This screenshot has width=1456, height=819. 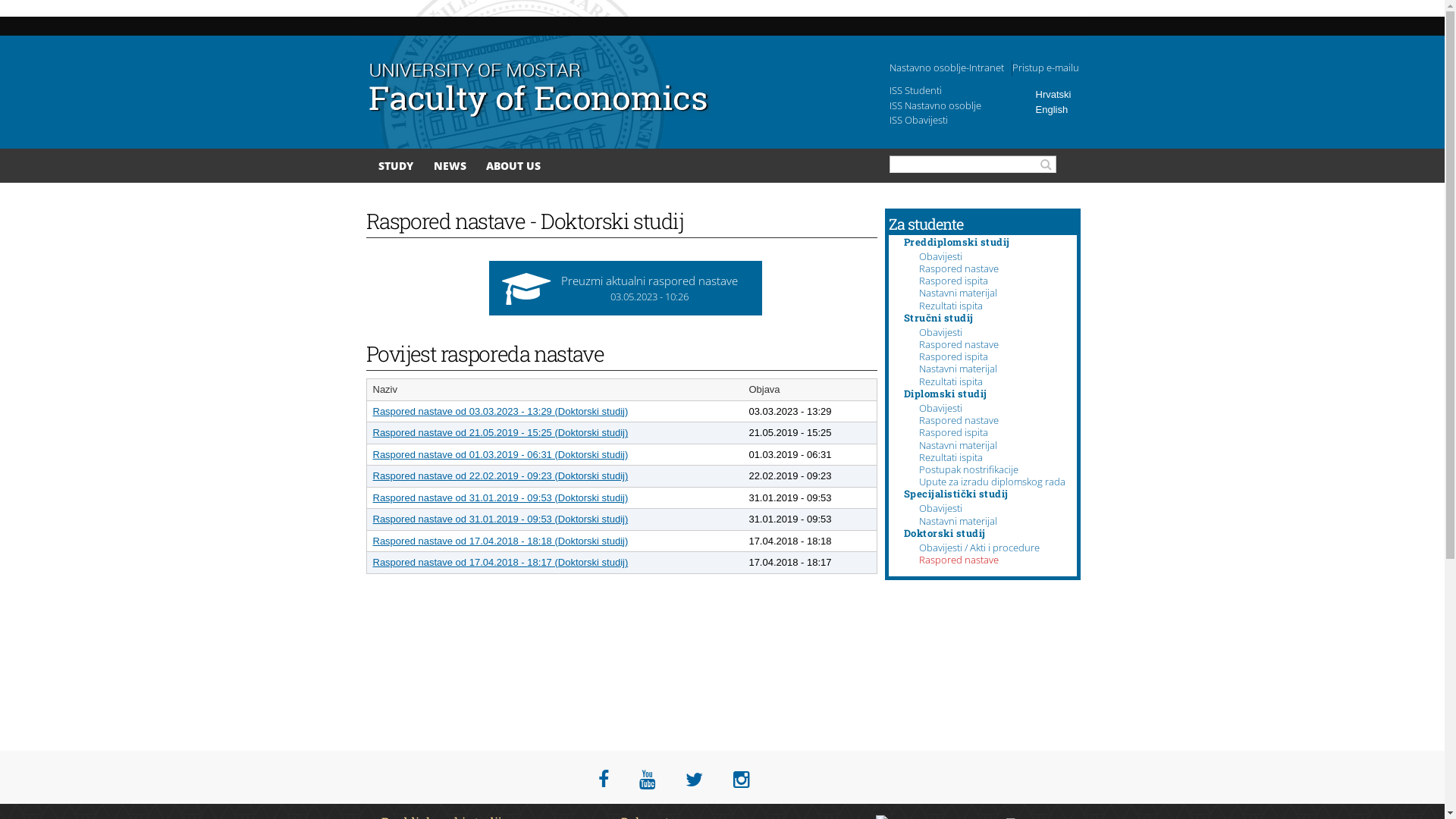 What do you see at coordinates (500, 410) in the screenshot?
I see `'Raspored nastave od 03.03.2023 - 13:29 (Doktorski studij)'` at bounding box center [500, 410].